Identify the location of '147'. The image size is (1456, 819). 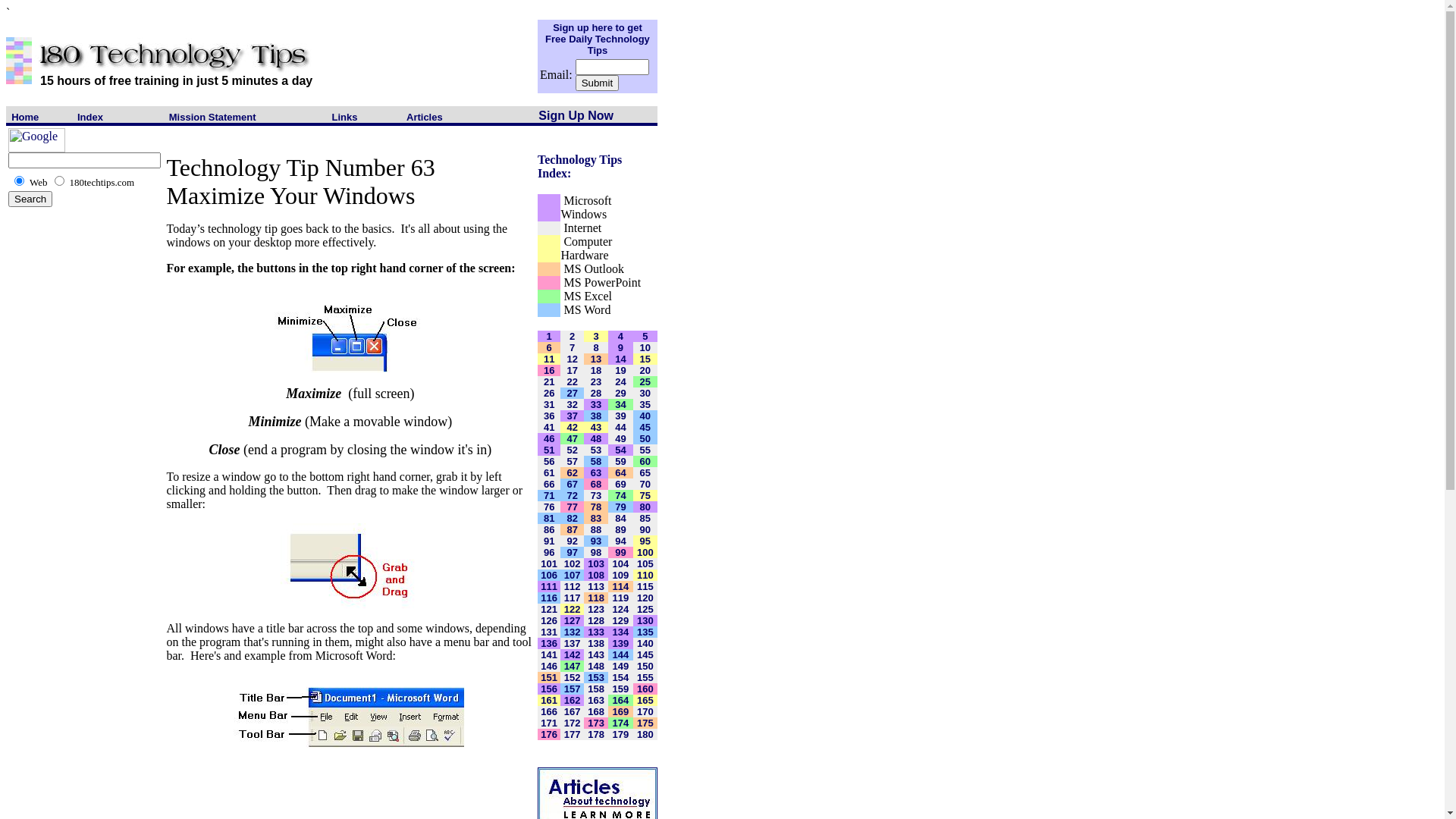
(571, 664).